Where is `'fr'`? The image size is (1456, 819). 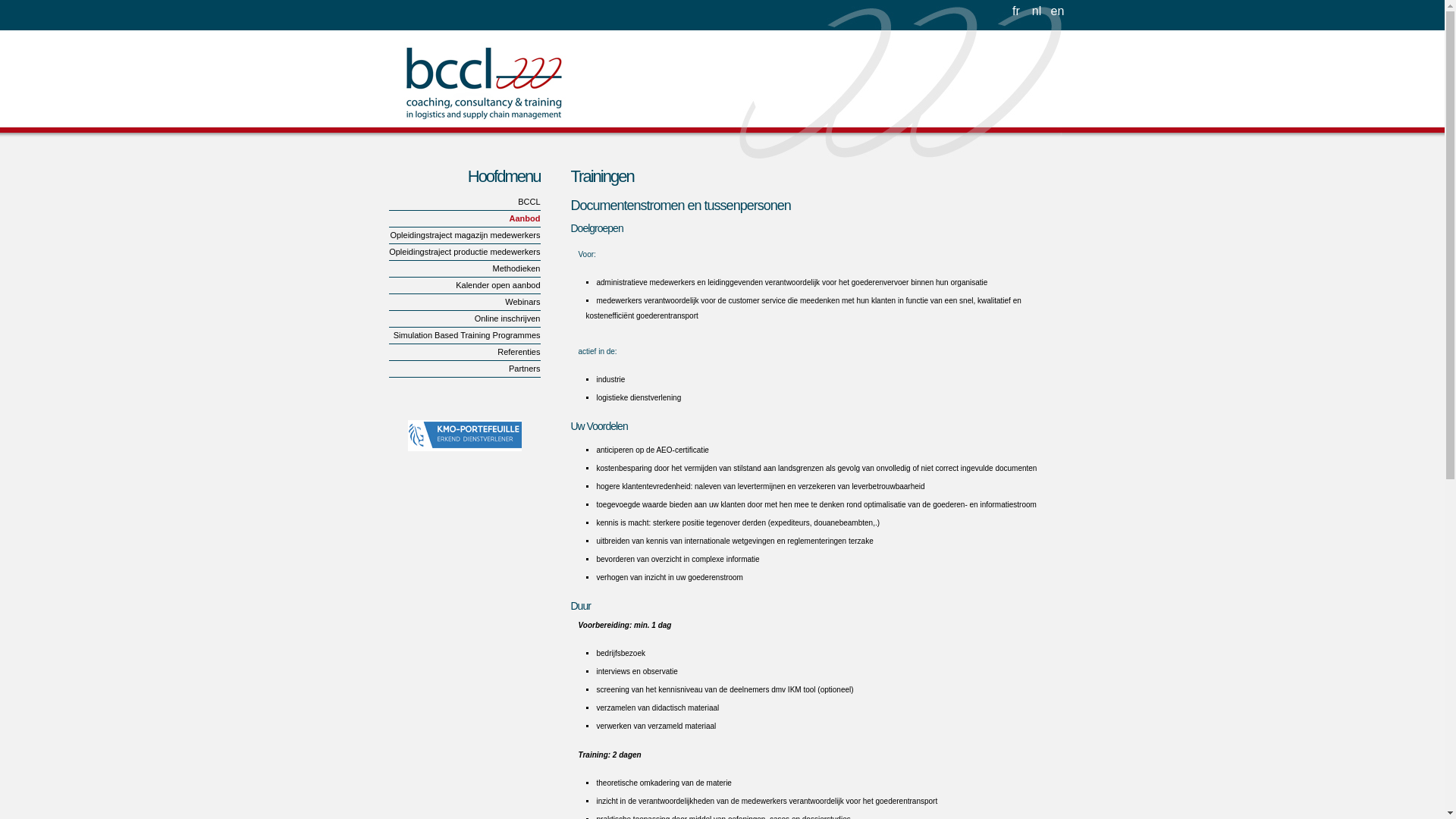 'fr' is located at coordinates (1016, 9).